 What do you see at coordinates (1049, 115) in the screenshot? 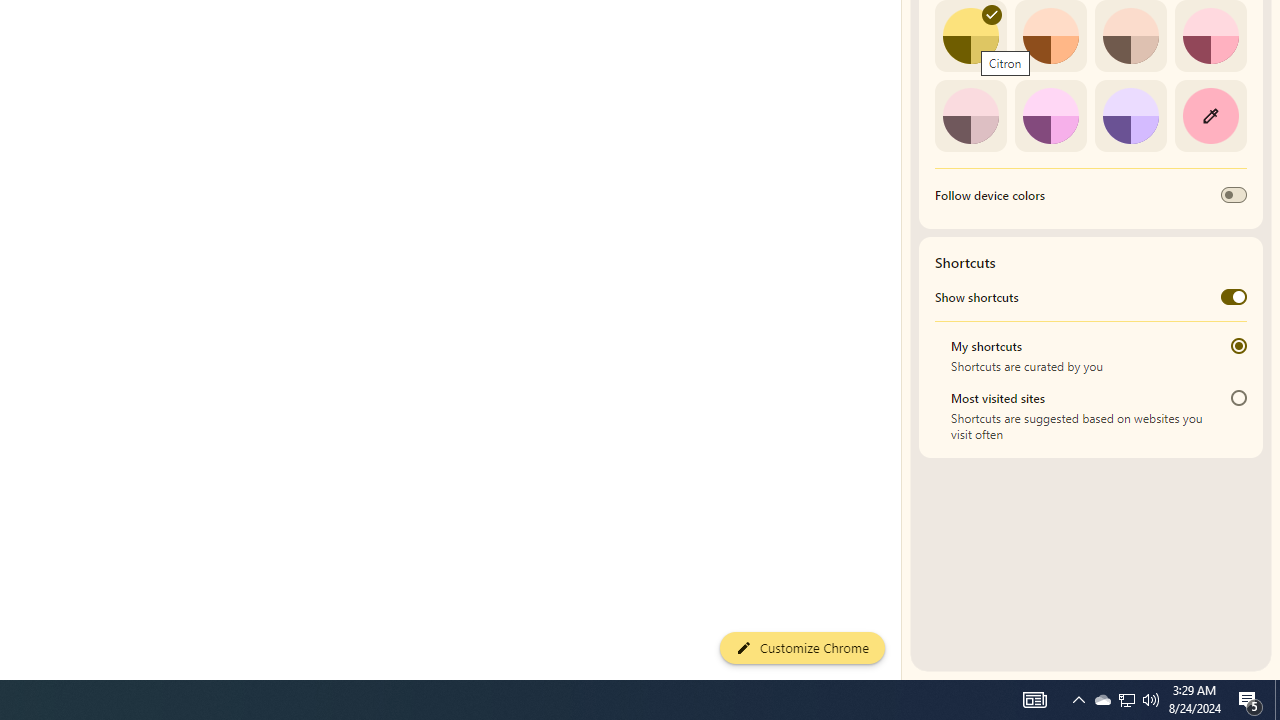
I see `'Fuchsia'` at bounding box center [1049, 115].